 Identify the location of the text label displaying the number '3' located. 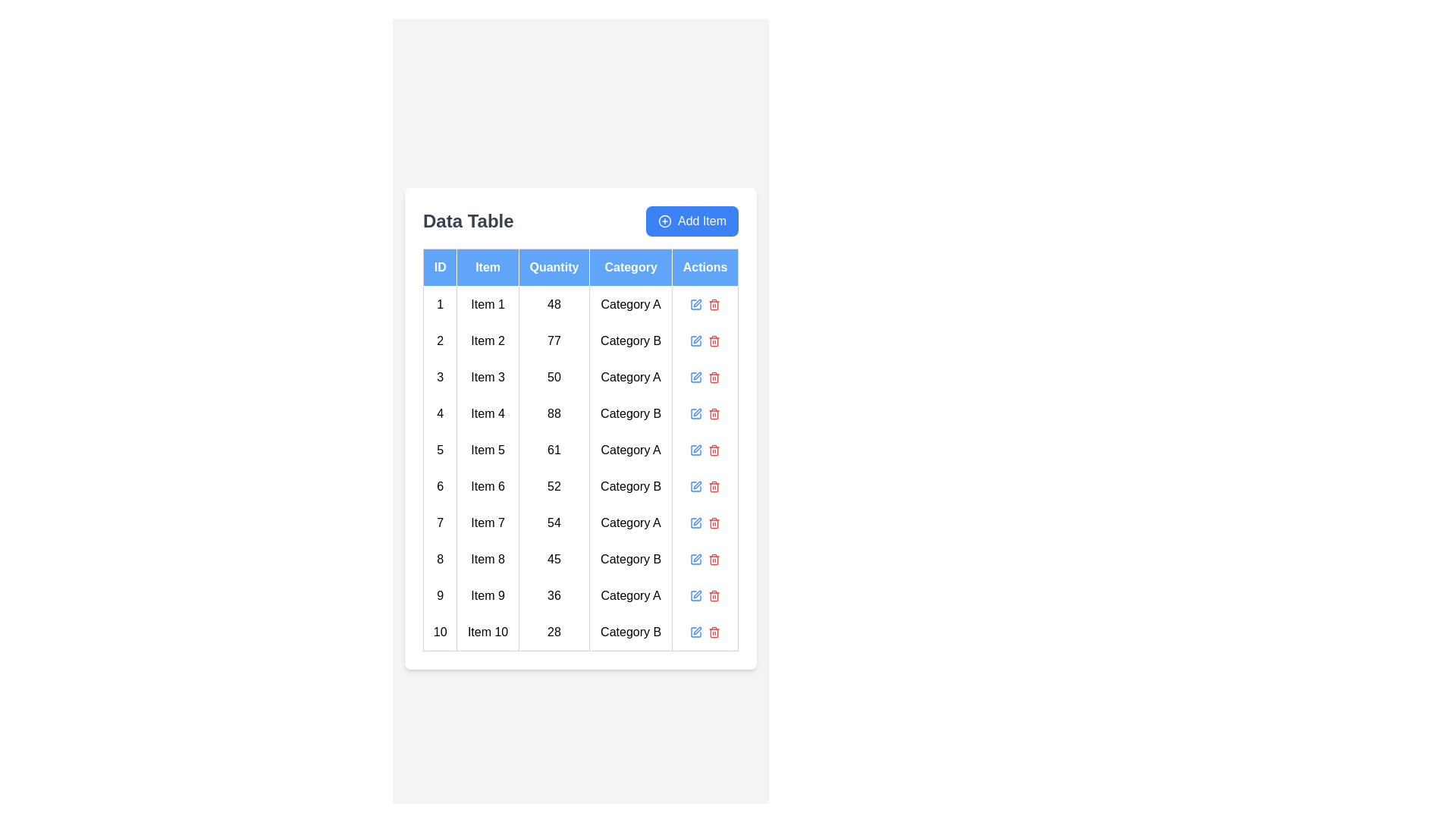
(439, 376).